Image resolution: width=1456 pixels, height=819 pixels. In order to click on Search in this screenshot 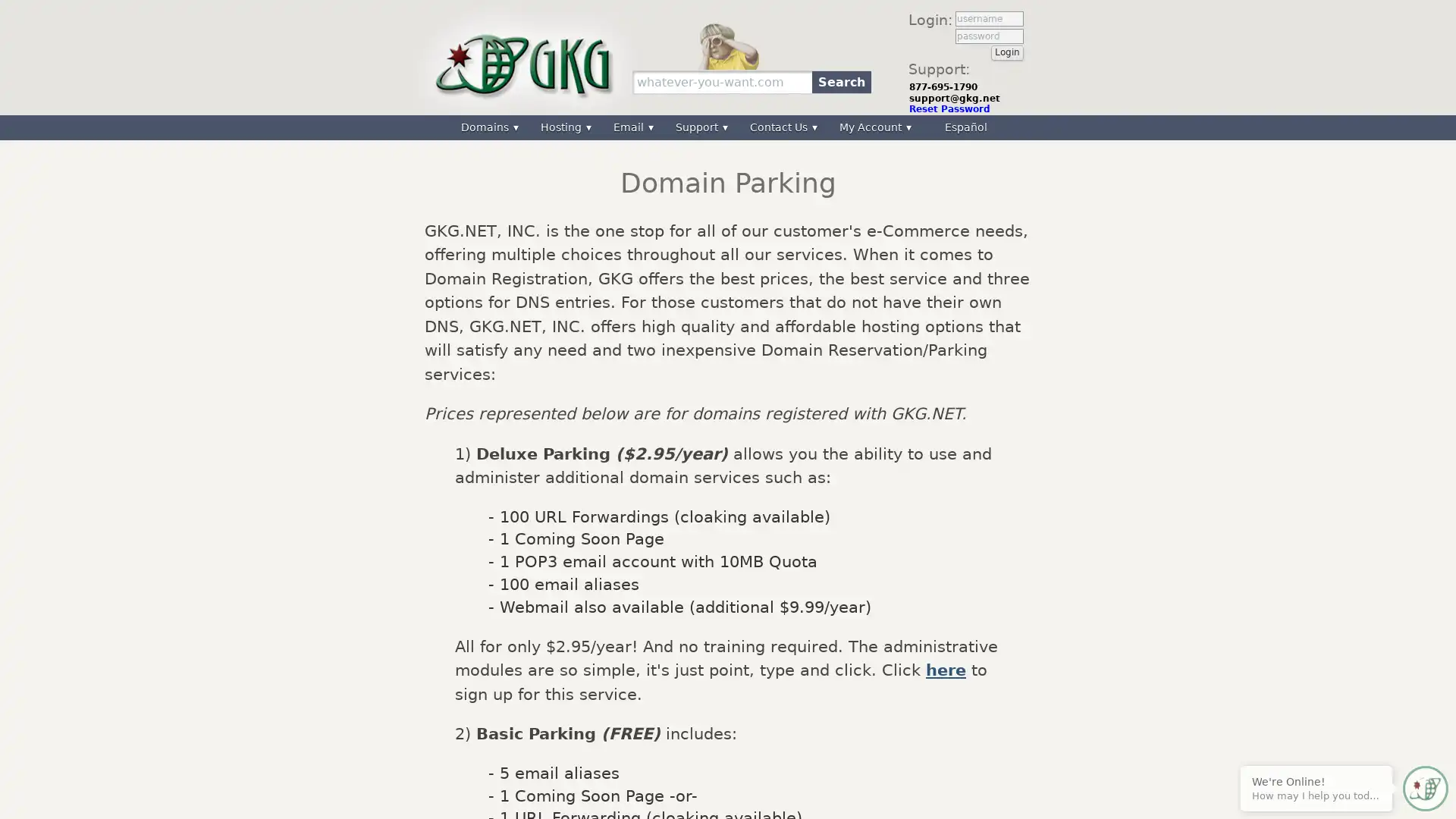, I will do `click(840, 81)`.